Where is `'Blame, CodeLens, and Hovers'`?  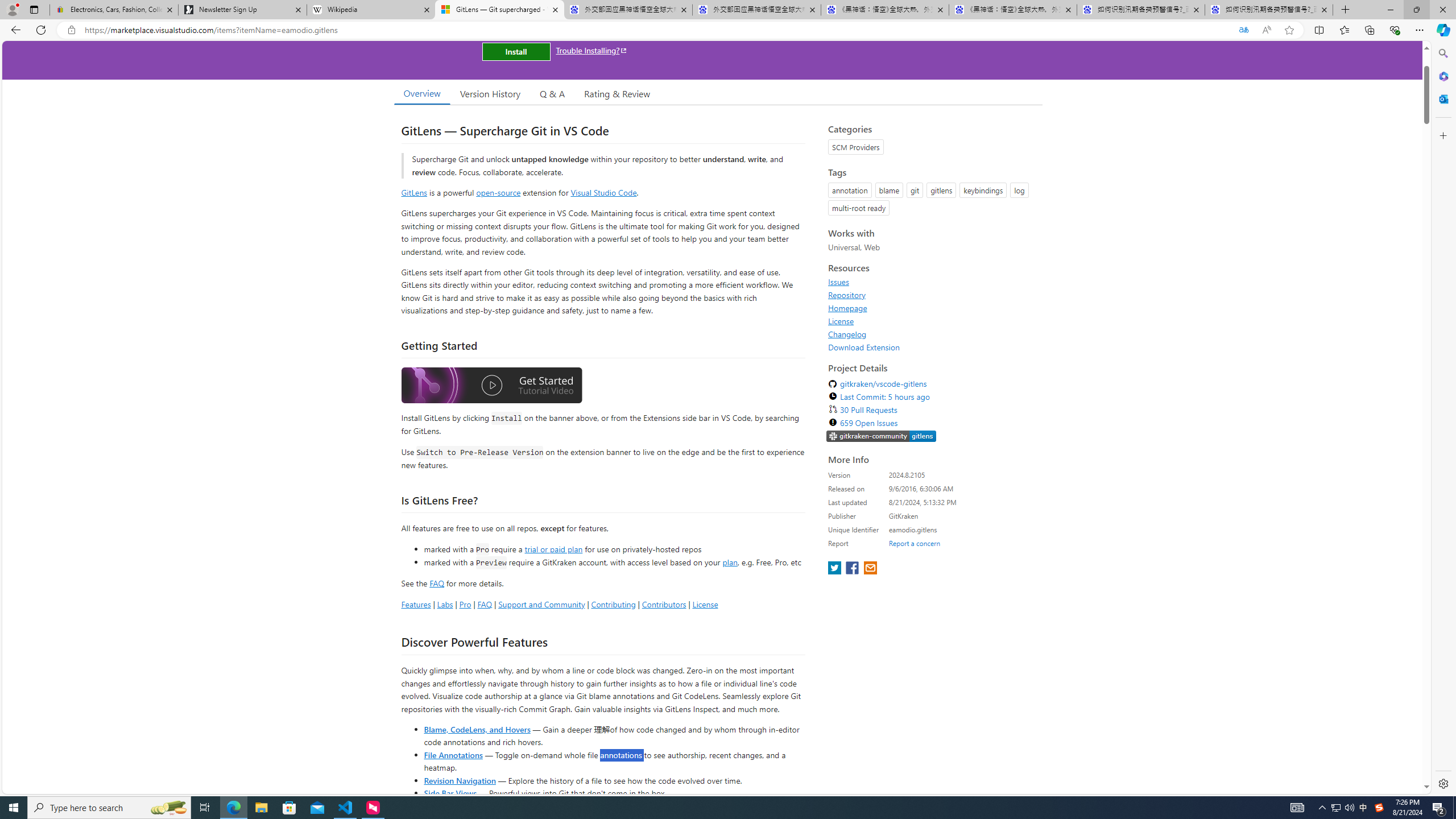
'Blame, CodeLens, and Hovers' is located at coordinates (476, 728).